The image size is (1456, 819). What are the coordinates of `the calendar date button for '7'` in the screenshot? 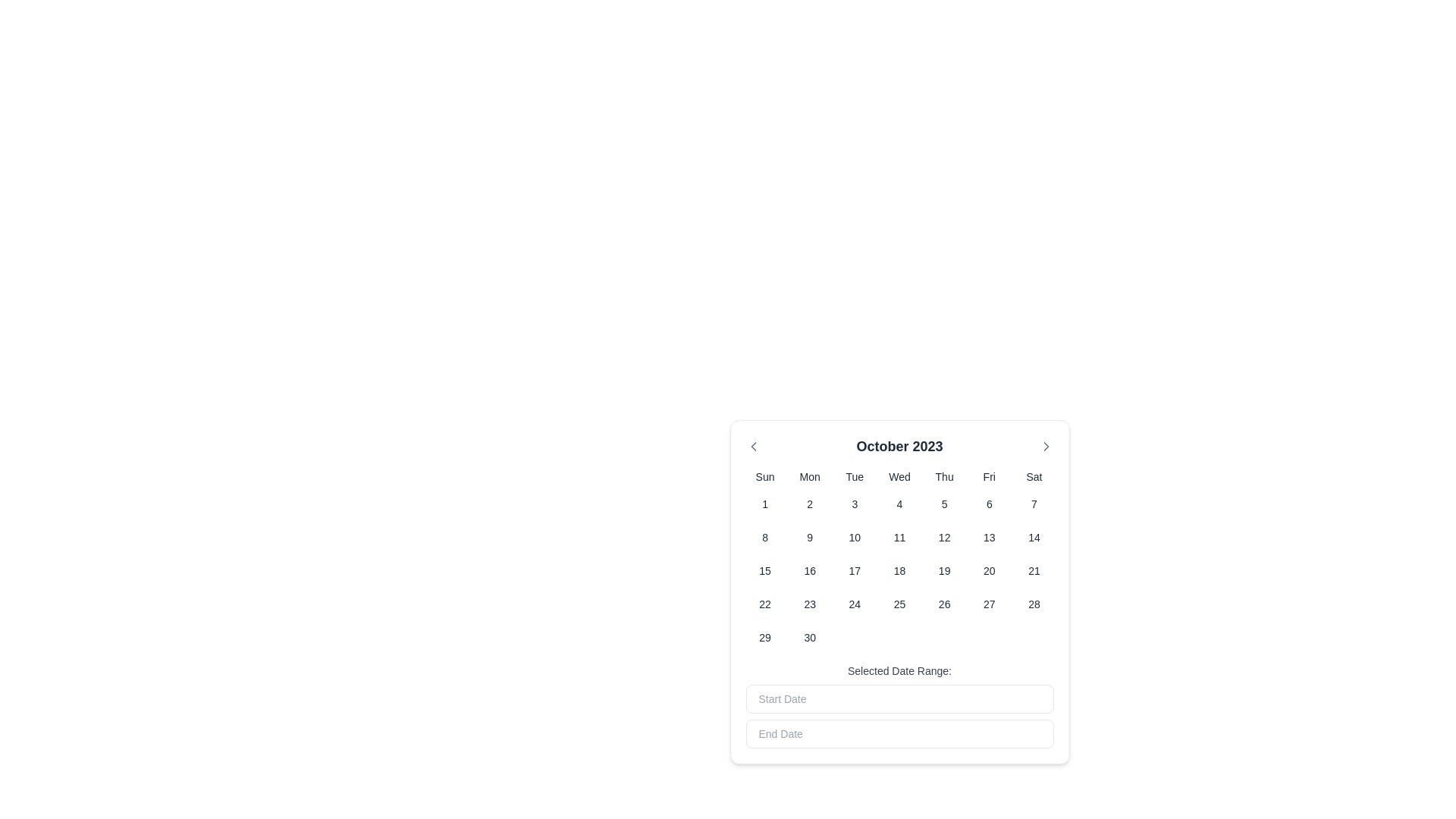 It's located at (1033, 504).